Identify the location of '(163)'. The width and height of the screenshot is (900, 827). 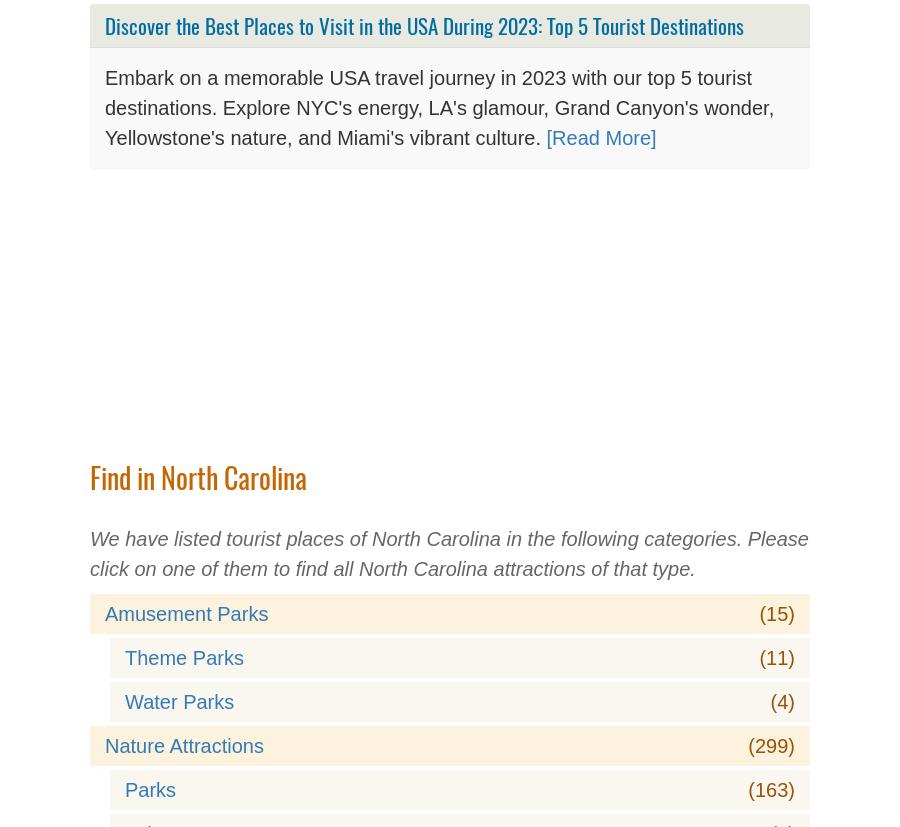
(770, 790).